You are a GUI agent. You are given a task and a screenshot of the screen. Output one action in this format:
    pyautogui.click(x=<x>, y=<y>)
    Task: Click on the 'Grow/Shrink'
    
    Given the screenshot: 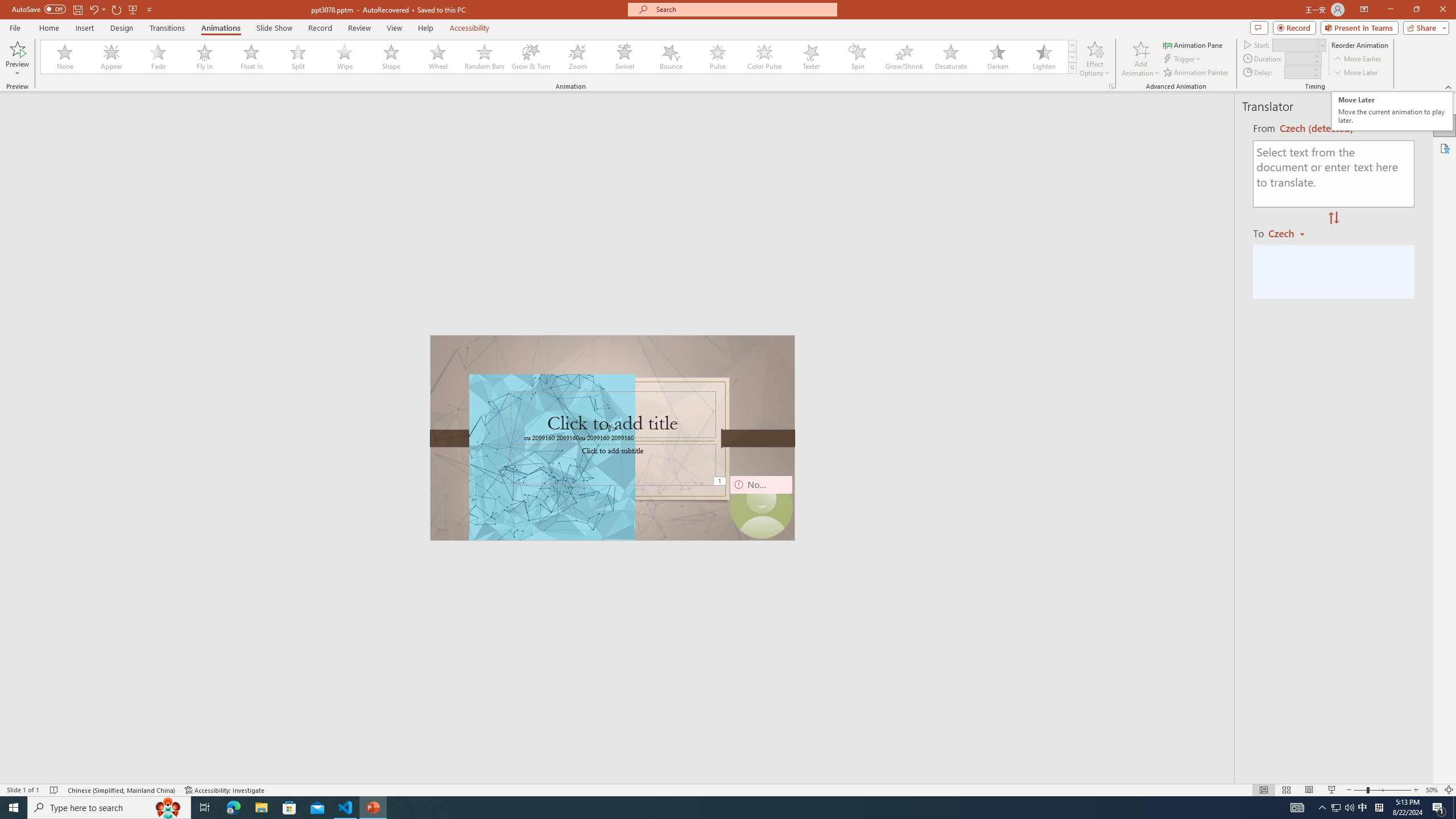 What is the action you would take?
    pyautogui.click(x=904, y=56)
    